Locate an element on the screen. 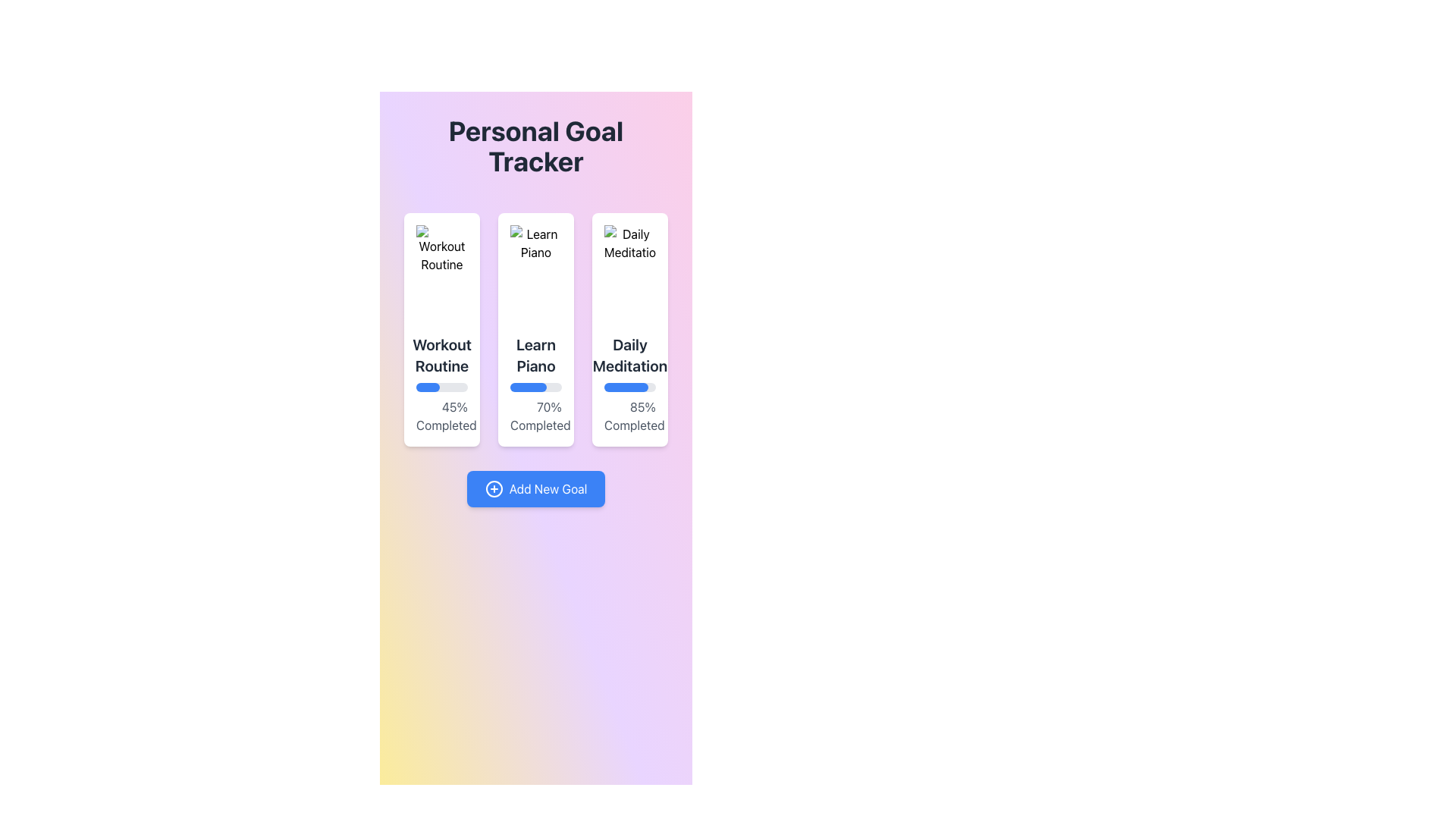 Image resolution: width=1456 pixels, height=819 pixels. the filled portion of the progress bar segment is located at coordinates (626, 386).